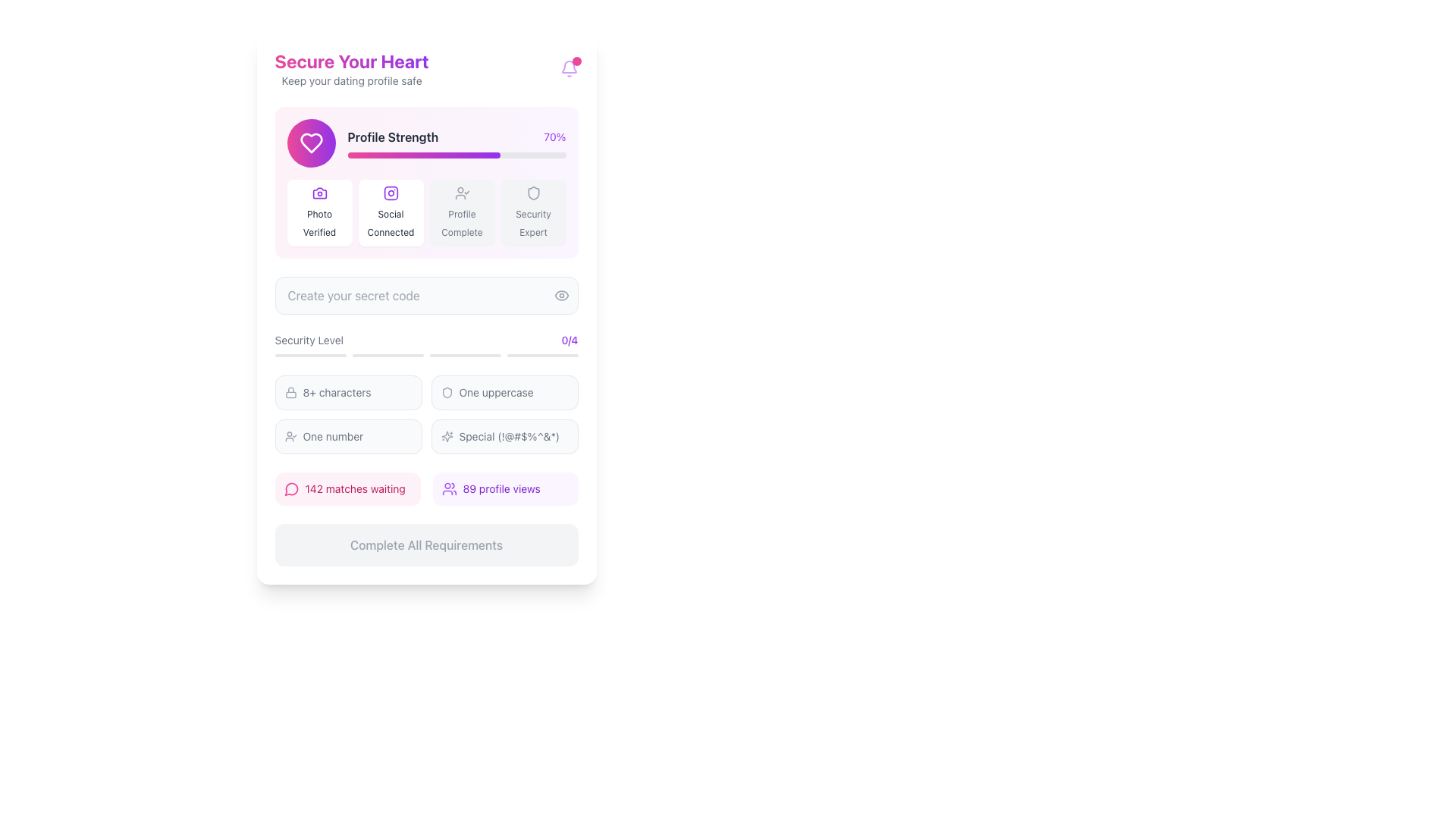 Image resolution: width=1456 pixels, height=819 pixels. Describe the element at coordinates (425, 544) in the screenshot. I see `text on the button labeled 'Complete All Requirements', which is a rectangular button with rounded corners located at the bottom of the layout` at that location.